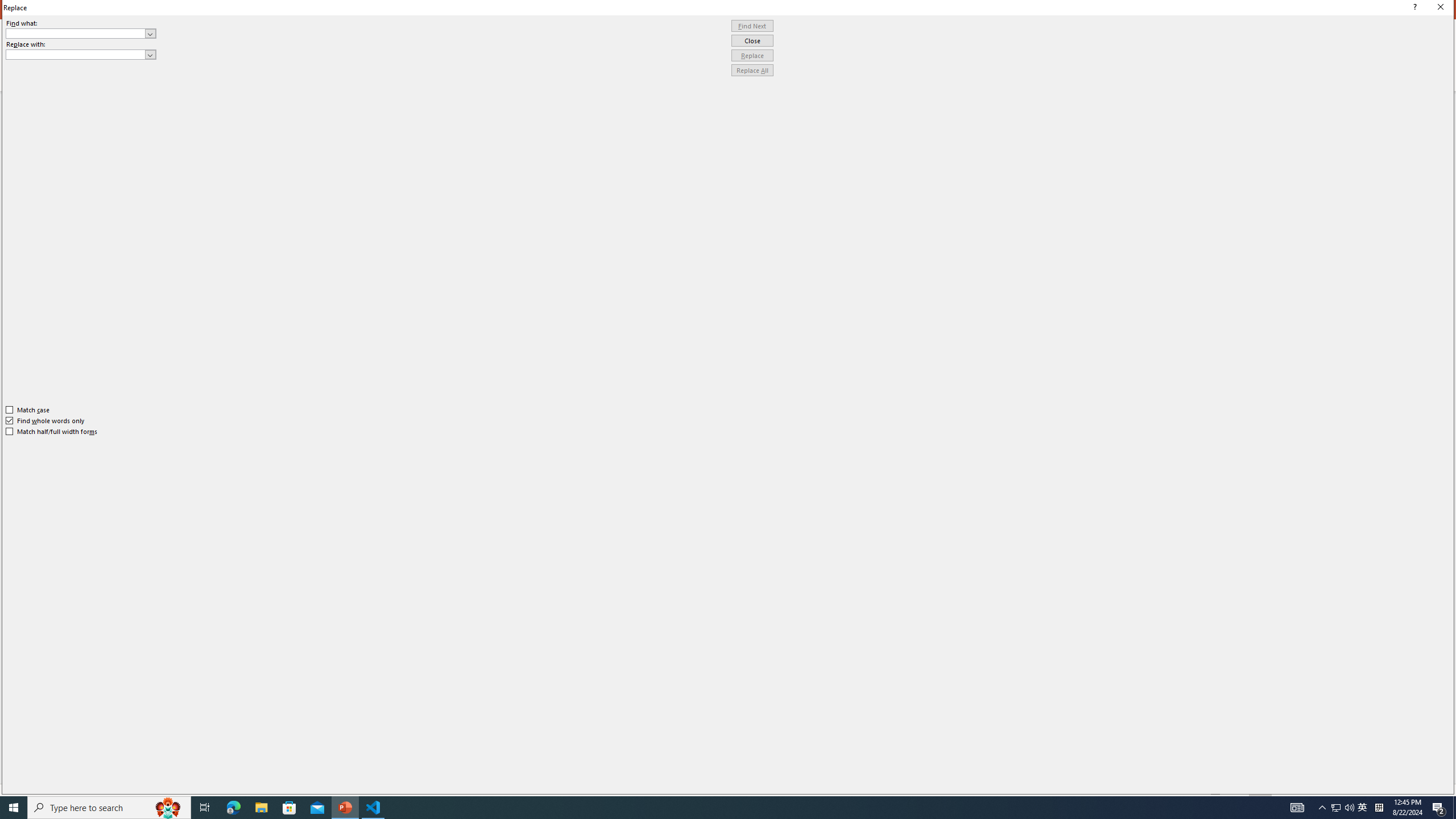 This screenshot has height=819, width=1456. What do you see at coordinates (45, 420) in the screenshot?
I see `'Find whole words only'` at bounding box center [45, 420].